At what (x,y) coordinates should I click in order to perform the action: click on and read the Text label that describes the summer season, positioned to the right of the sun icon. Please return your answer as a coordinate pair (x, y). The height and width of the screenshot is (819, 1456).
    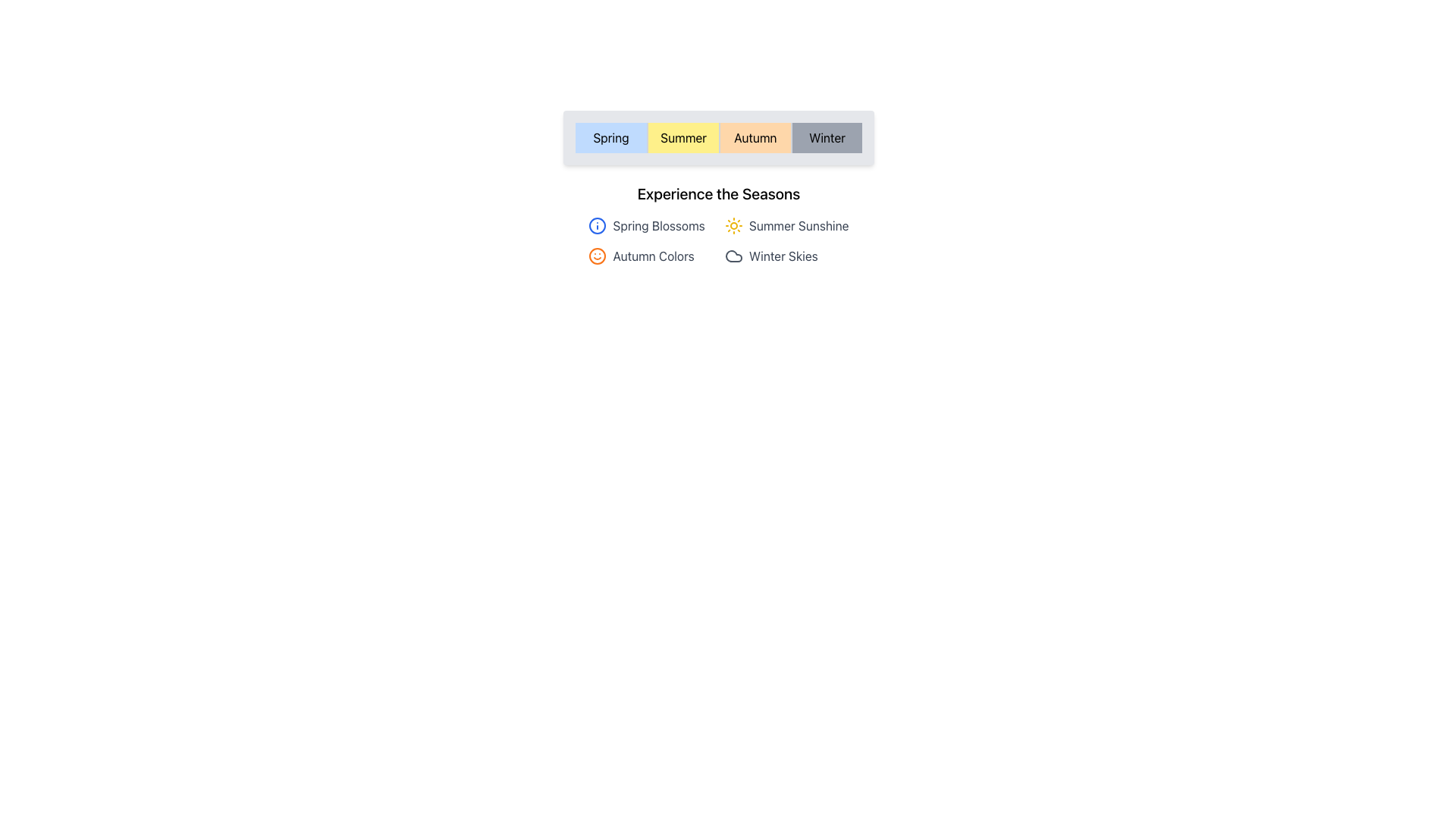
    Looking at the image, I should click on (798, 225).